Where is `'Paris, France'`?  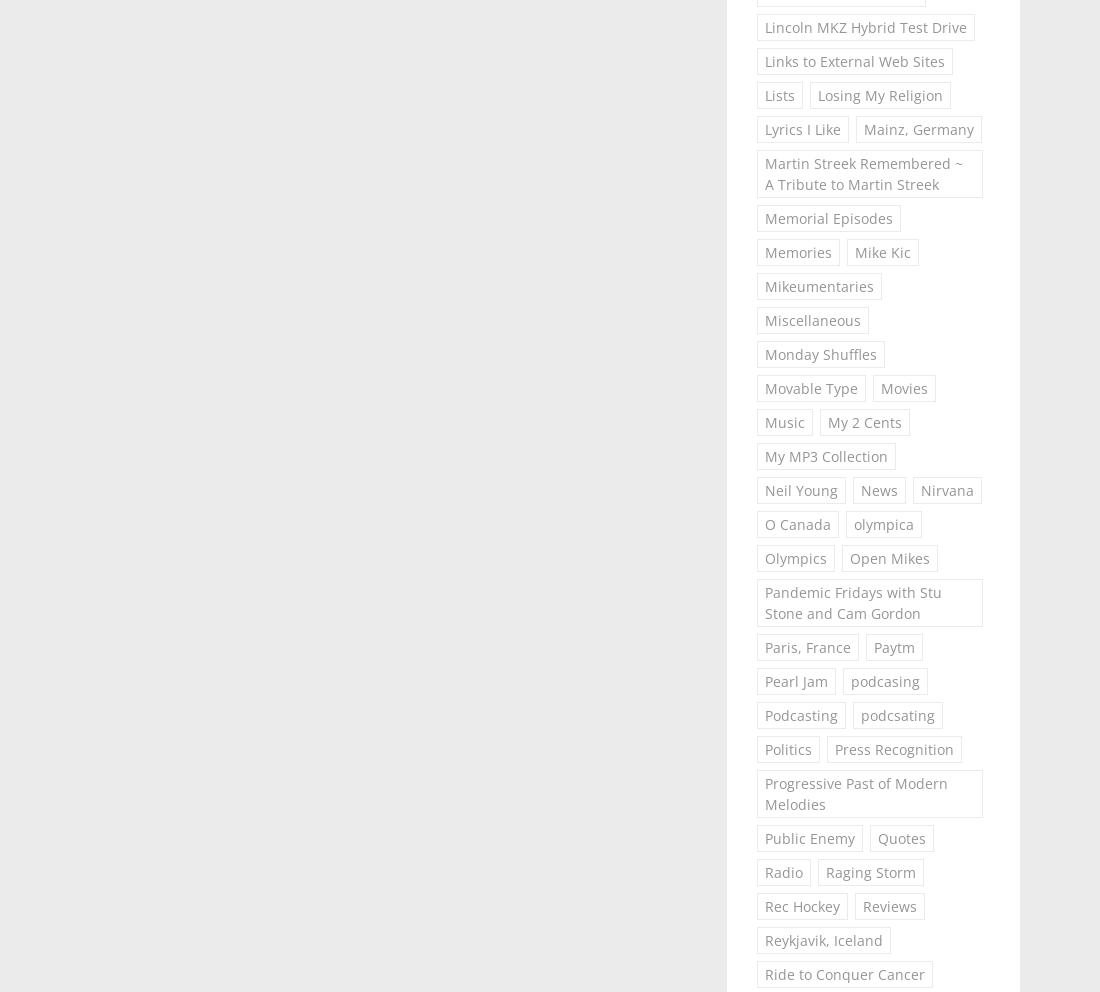 'Paris, France' is located at coordinates (806, 647).